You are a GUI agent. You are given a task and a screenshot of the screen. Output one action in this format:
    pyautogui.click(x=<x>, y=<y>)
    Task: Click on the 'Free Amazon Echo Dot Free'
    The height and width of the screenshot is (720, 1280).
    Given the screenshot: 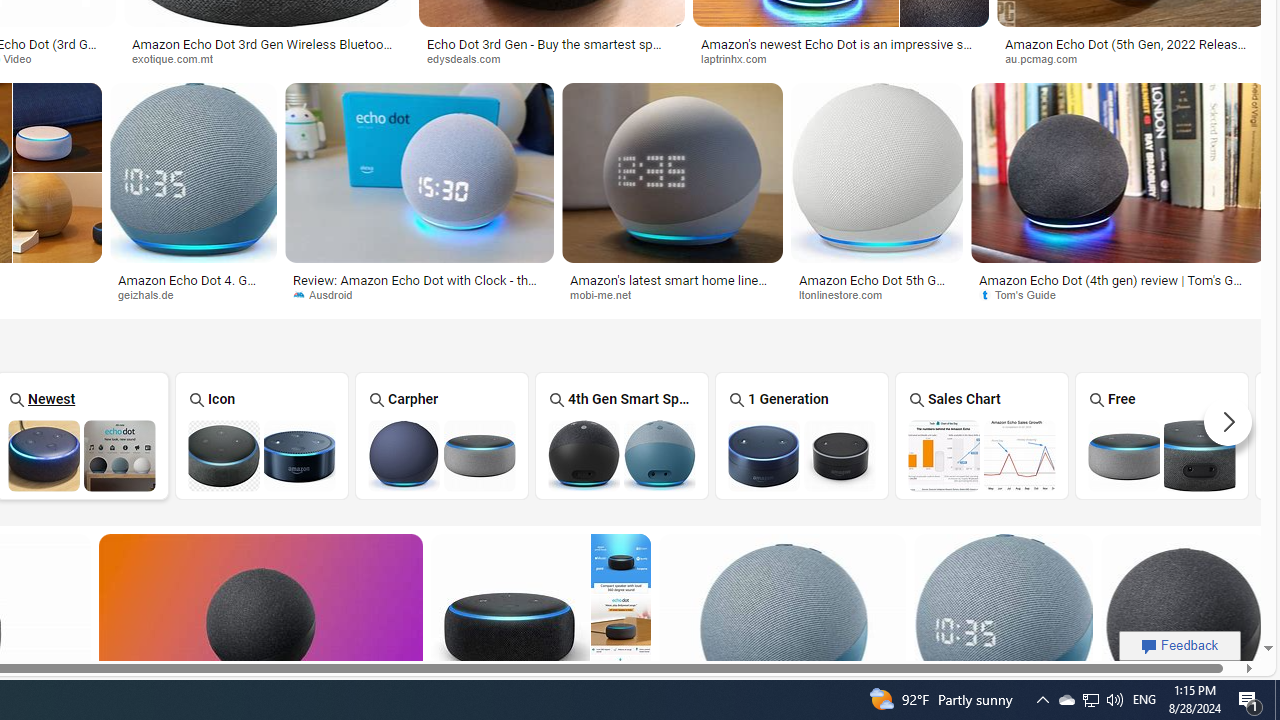 What is the action you would take?
    pyautogui.click(x=1162, y=434)
    